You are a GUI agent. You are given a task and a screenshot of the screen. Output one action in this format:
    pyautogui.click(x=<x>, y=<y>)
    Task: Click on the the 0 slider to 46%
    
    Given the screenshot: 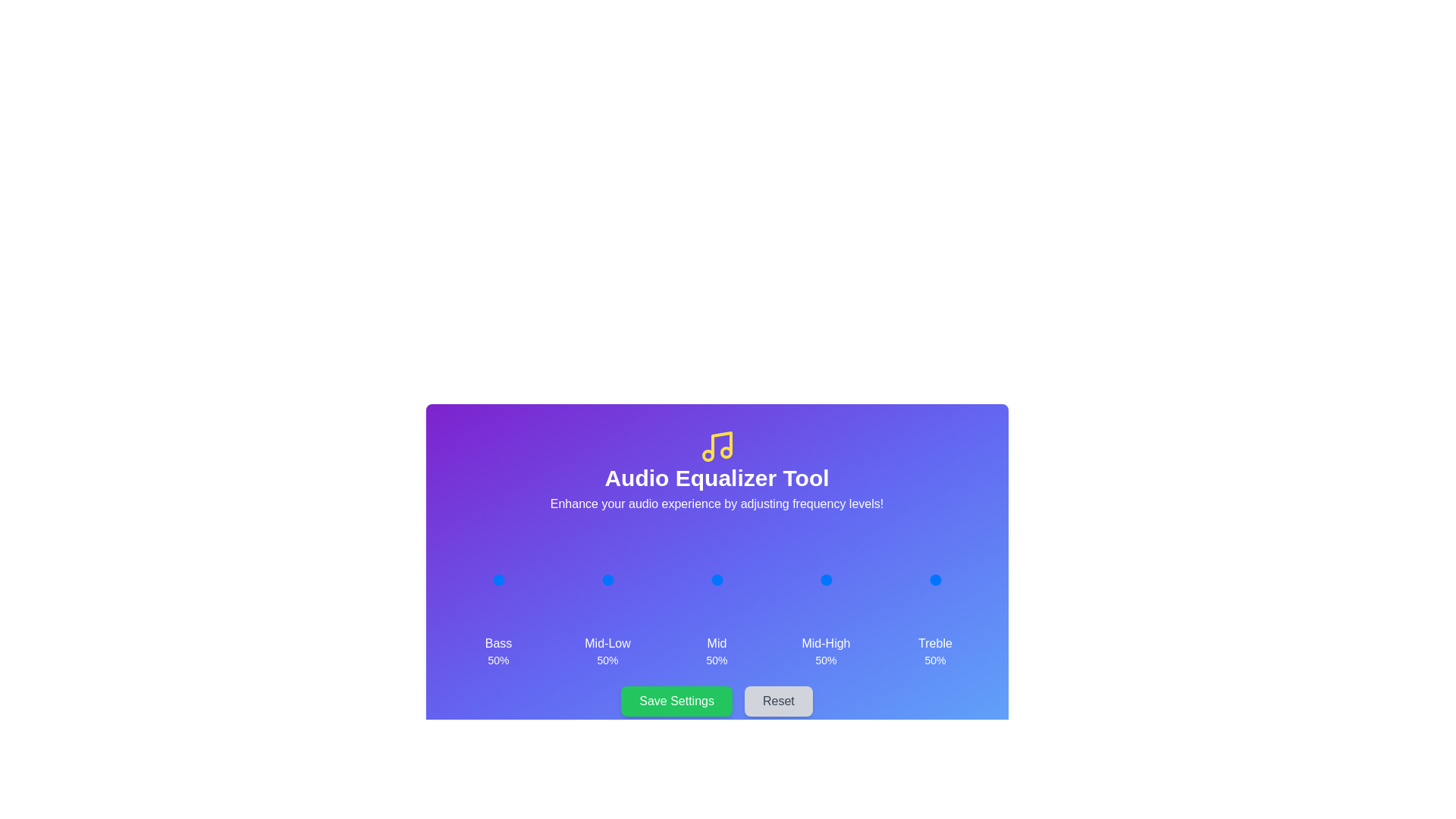 What is the action you would take?
    pyautogui.click(x=496, y=579)
    